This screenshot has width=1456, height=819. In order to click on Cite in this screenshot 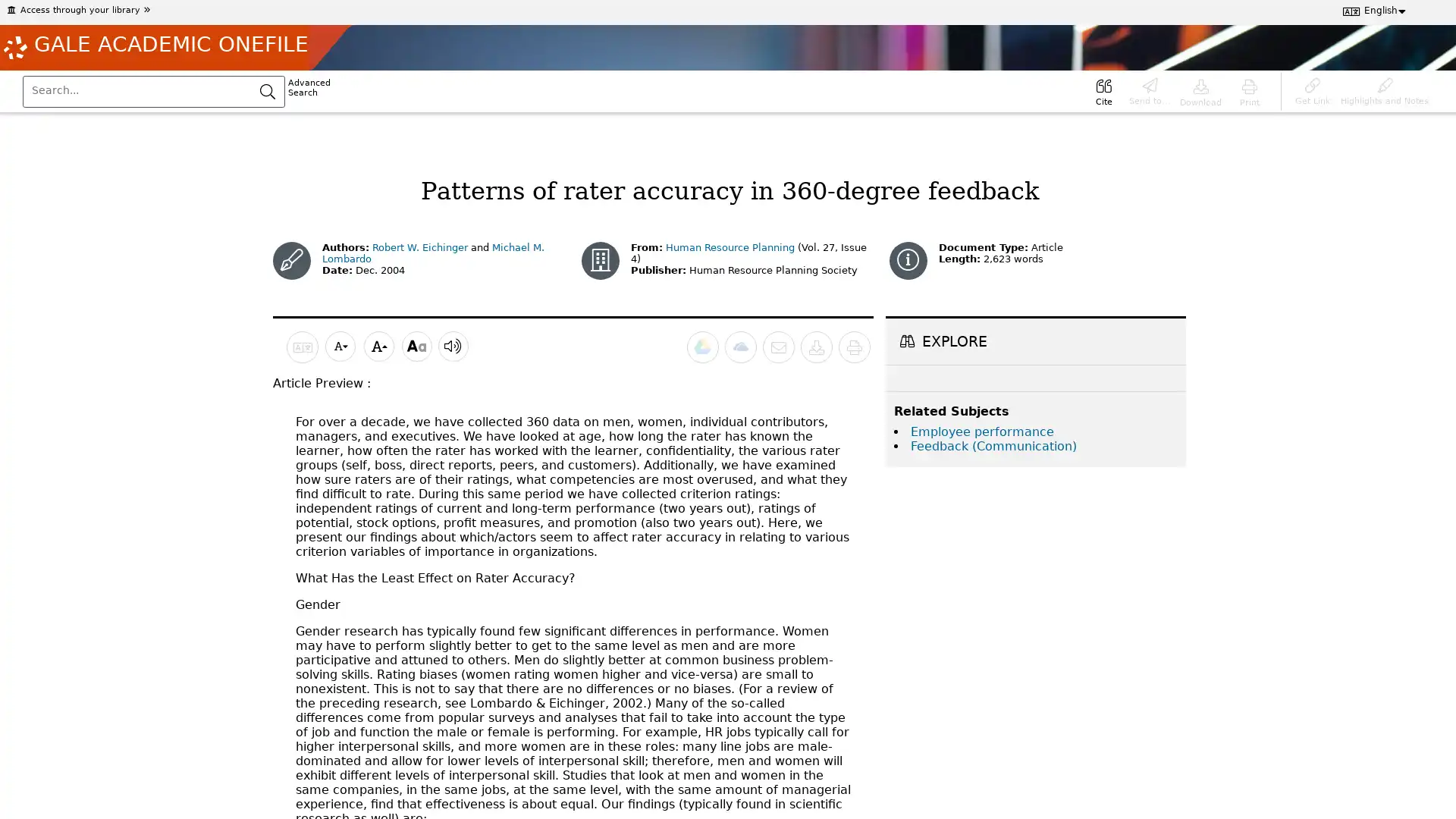, I will do `click(1103, 90)`.